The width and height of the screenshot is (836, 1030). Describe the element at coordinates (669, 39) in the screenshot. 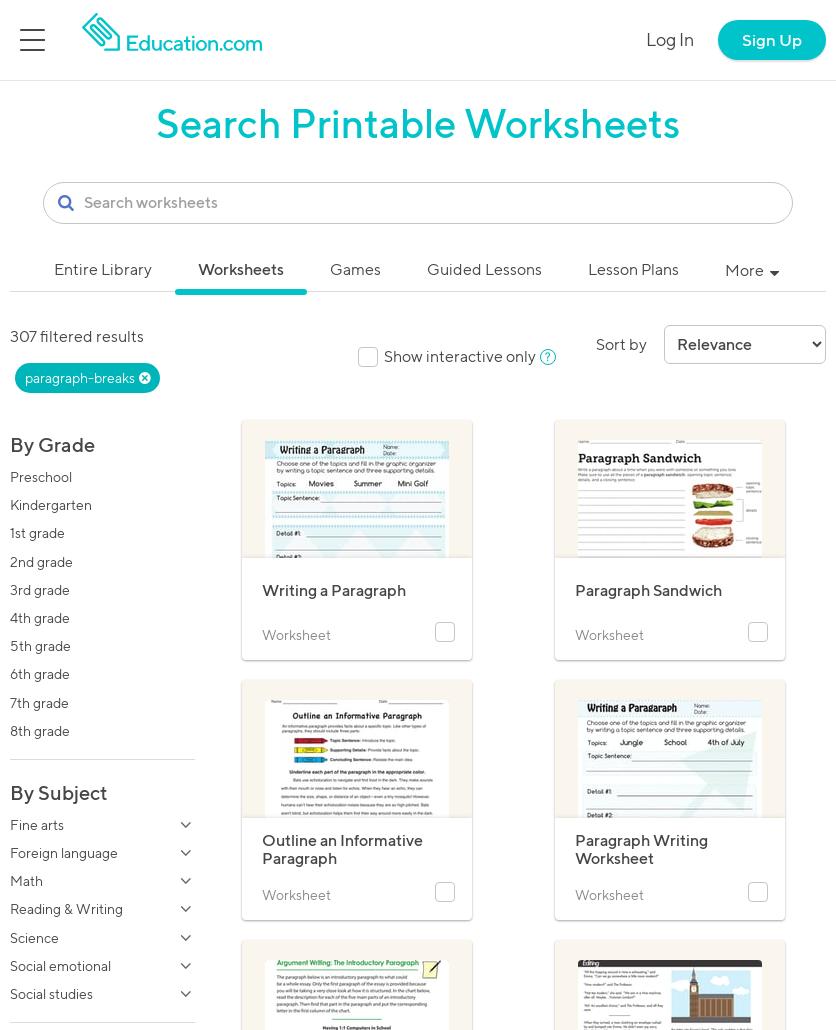

I see `'Log In'` at that location.